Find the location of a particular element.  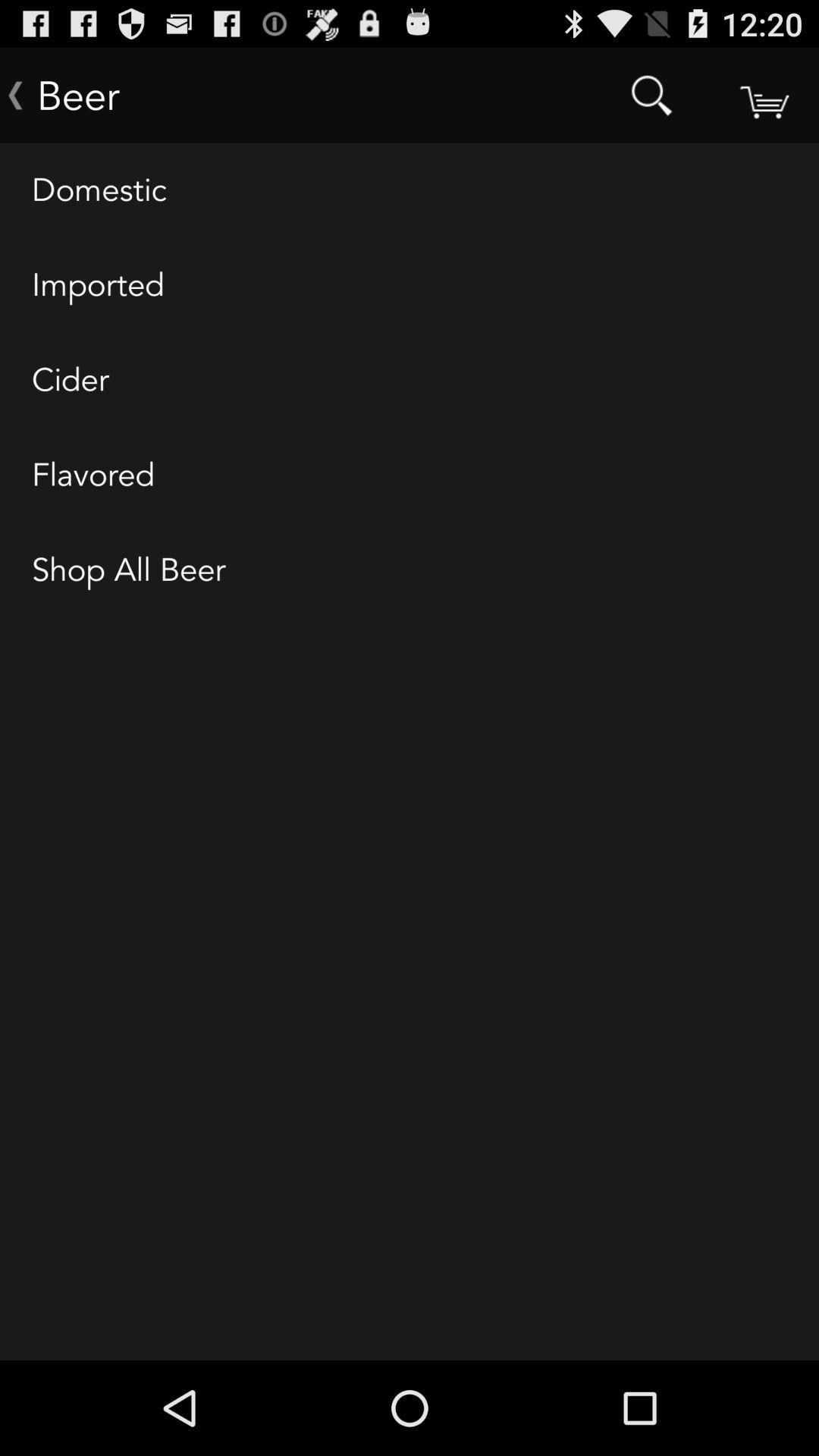

imported is located at coordinates (409, 286).